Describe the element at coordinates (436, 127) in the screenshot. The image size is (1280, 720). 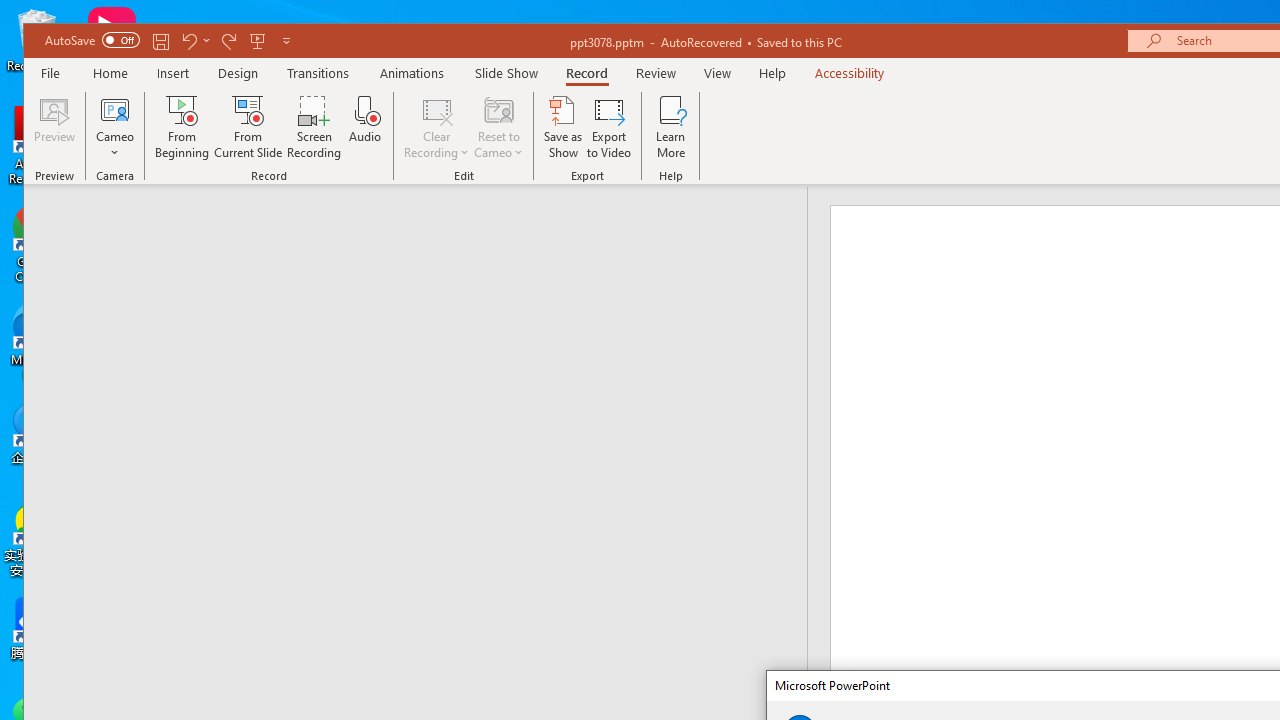
I see `'Clear Recording'` at that location.